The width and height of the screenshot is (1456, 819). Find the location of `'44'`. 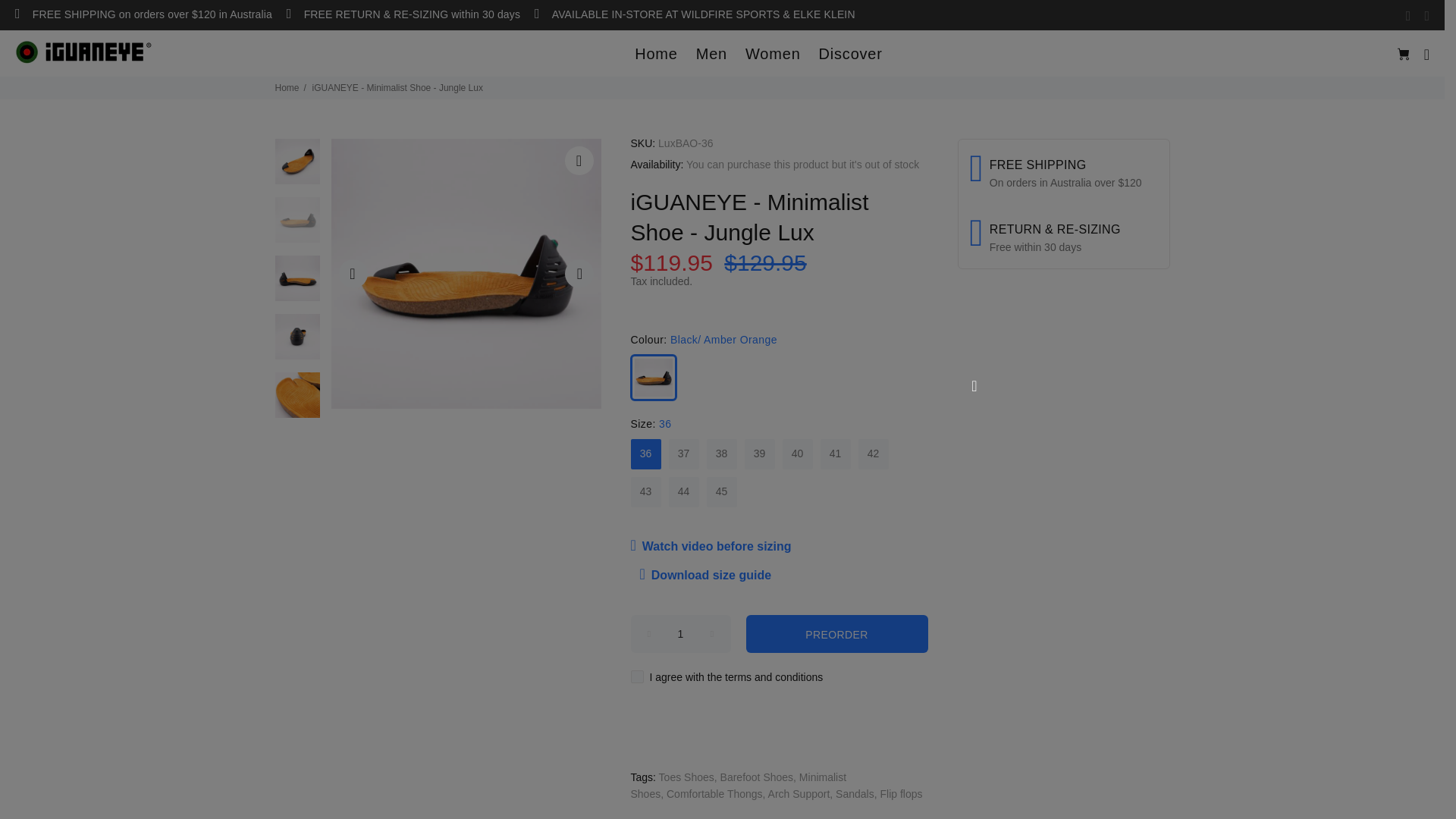

'44' is located at coordinates (683, 491).